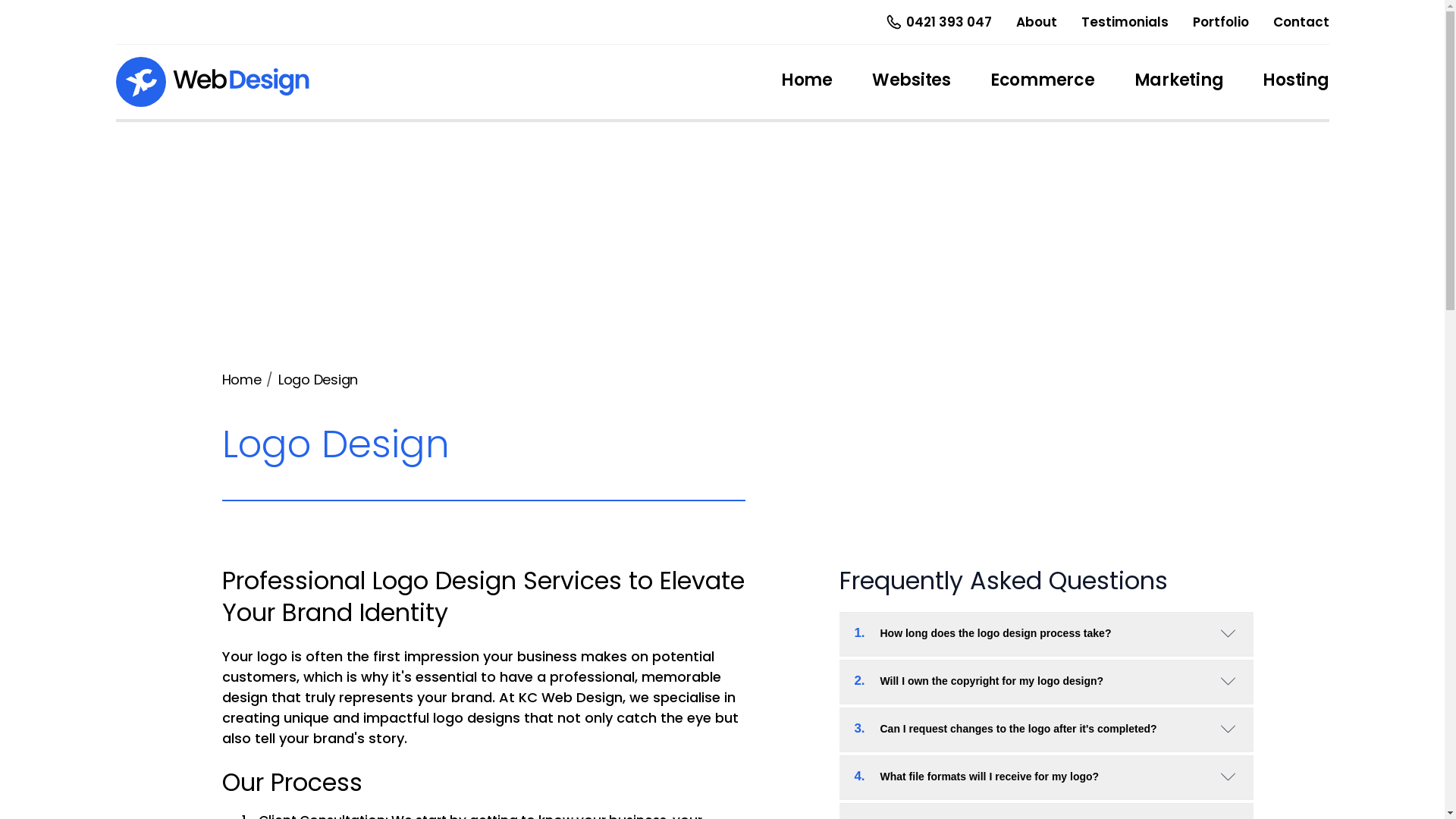 The width and height of the screenshot is (1456, 819). What do you see at coordinates (1294, 82) in the screenshot?
I see `'Hosting'` at bounding box center [1294, 82].